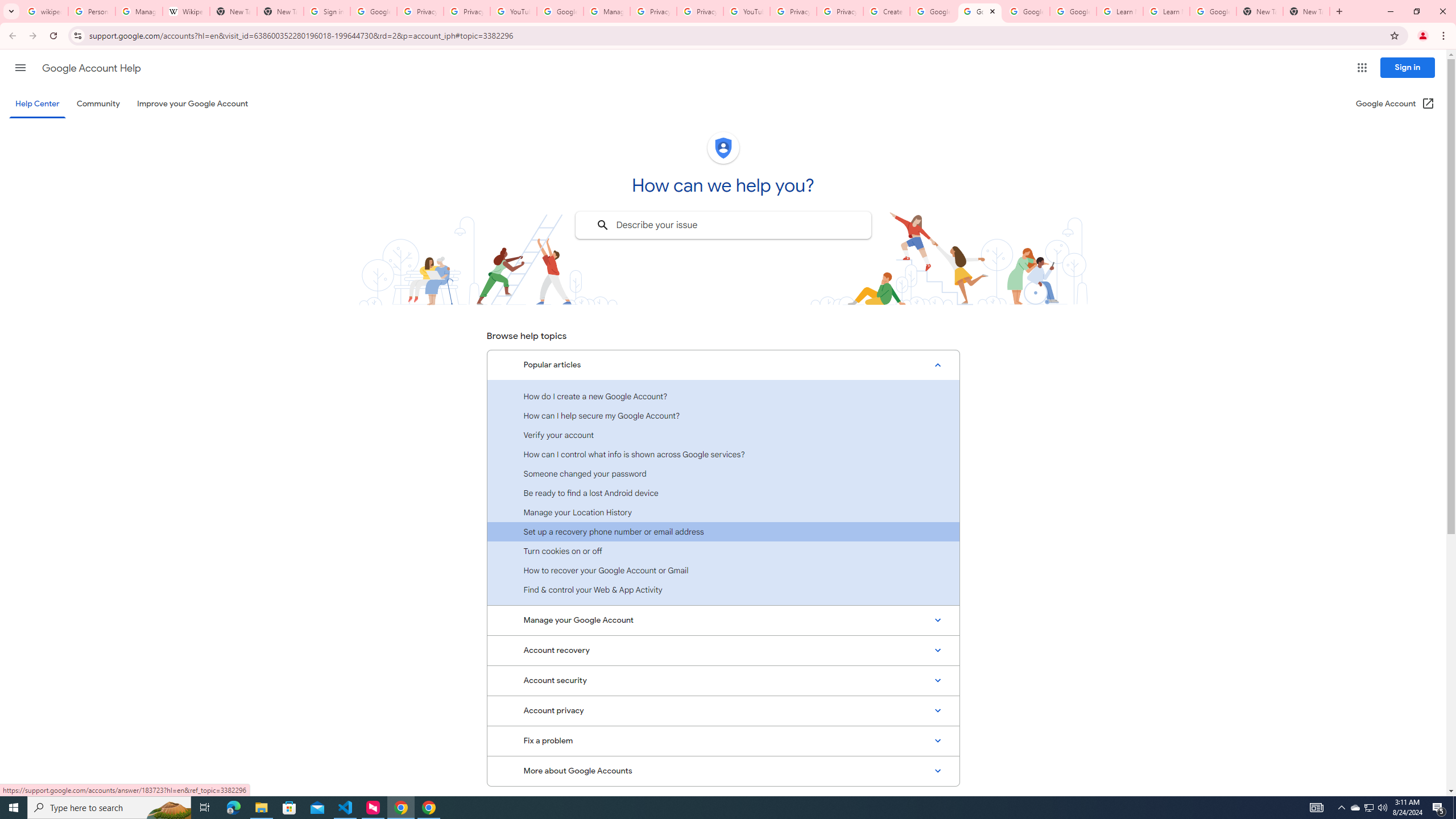 The height and width of the screenshot is (819, 1456). What do you see at coordinates (723, 570) in the screenshot?
I see `'How to recover your Google Account or Gmail'` at bounding box center [723, 570].